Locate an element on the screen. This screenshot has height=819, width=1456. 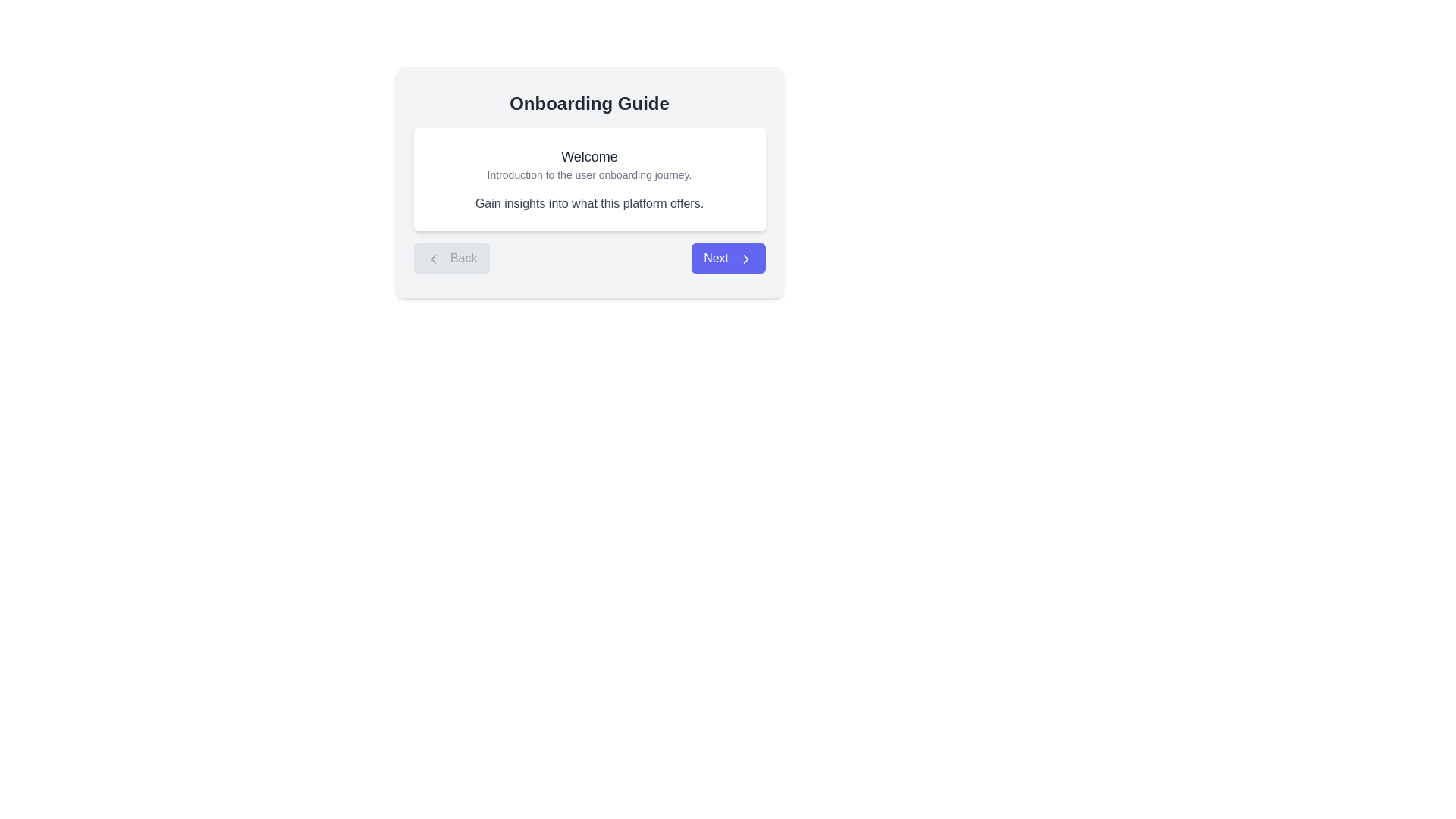
text block displaying 'Introduction to the user onboarding journey.' which is styled with small-sized gray font and positioned beneath the 'Welcome' heading is located at coordinates (588, 174).